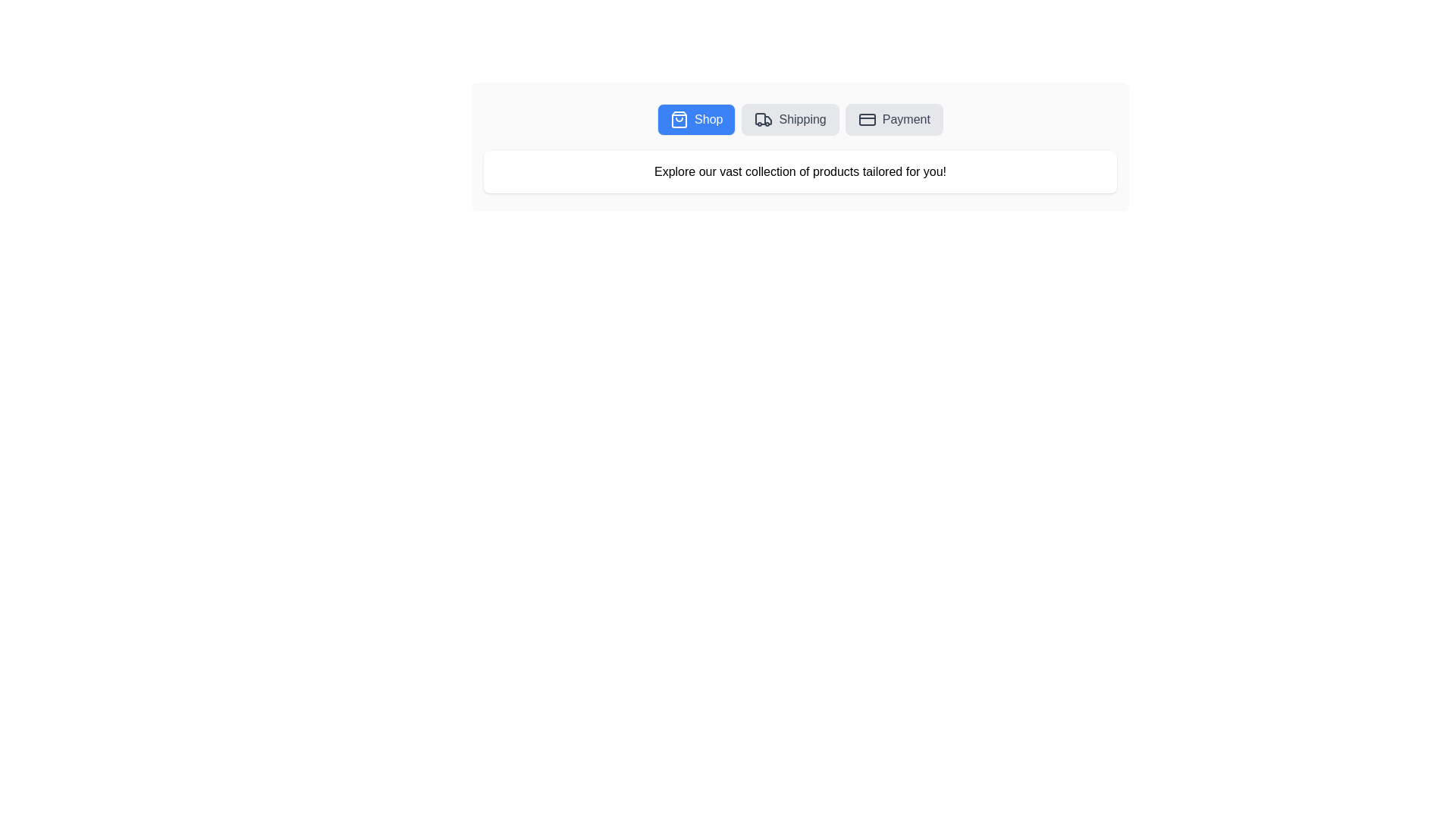 This screenshot has height=819, width=1456. What do you see at coordinates (799, 119) in the screenshot?
I see `the Tab Bar` at bounding box center [799, 119].